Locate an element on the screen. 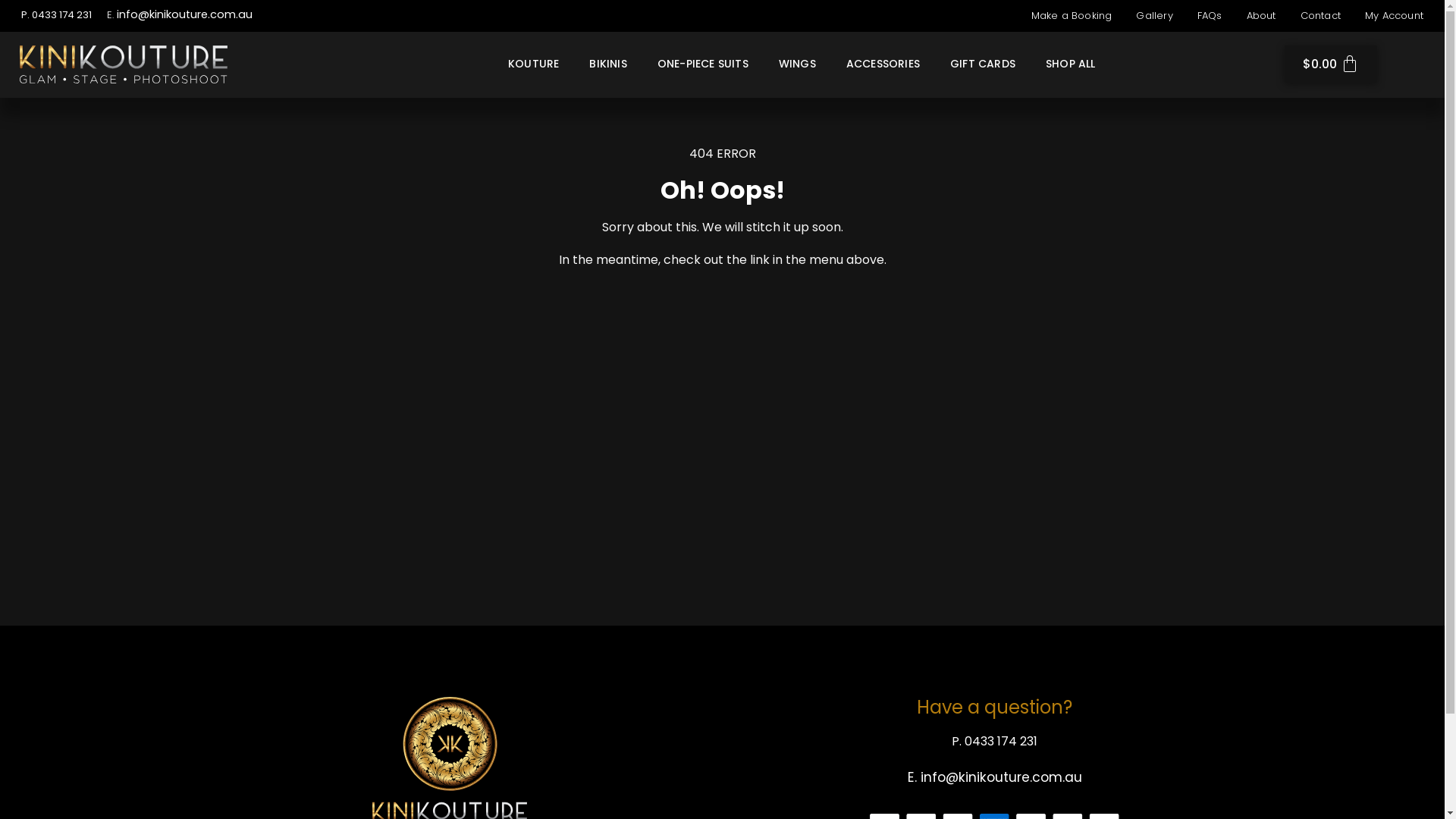  'Make a Booking' is located at coordinates (1071, 15).